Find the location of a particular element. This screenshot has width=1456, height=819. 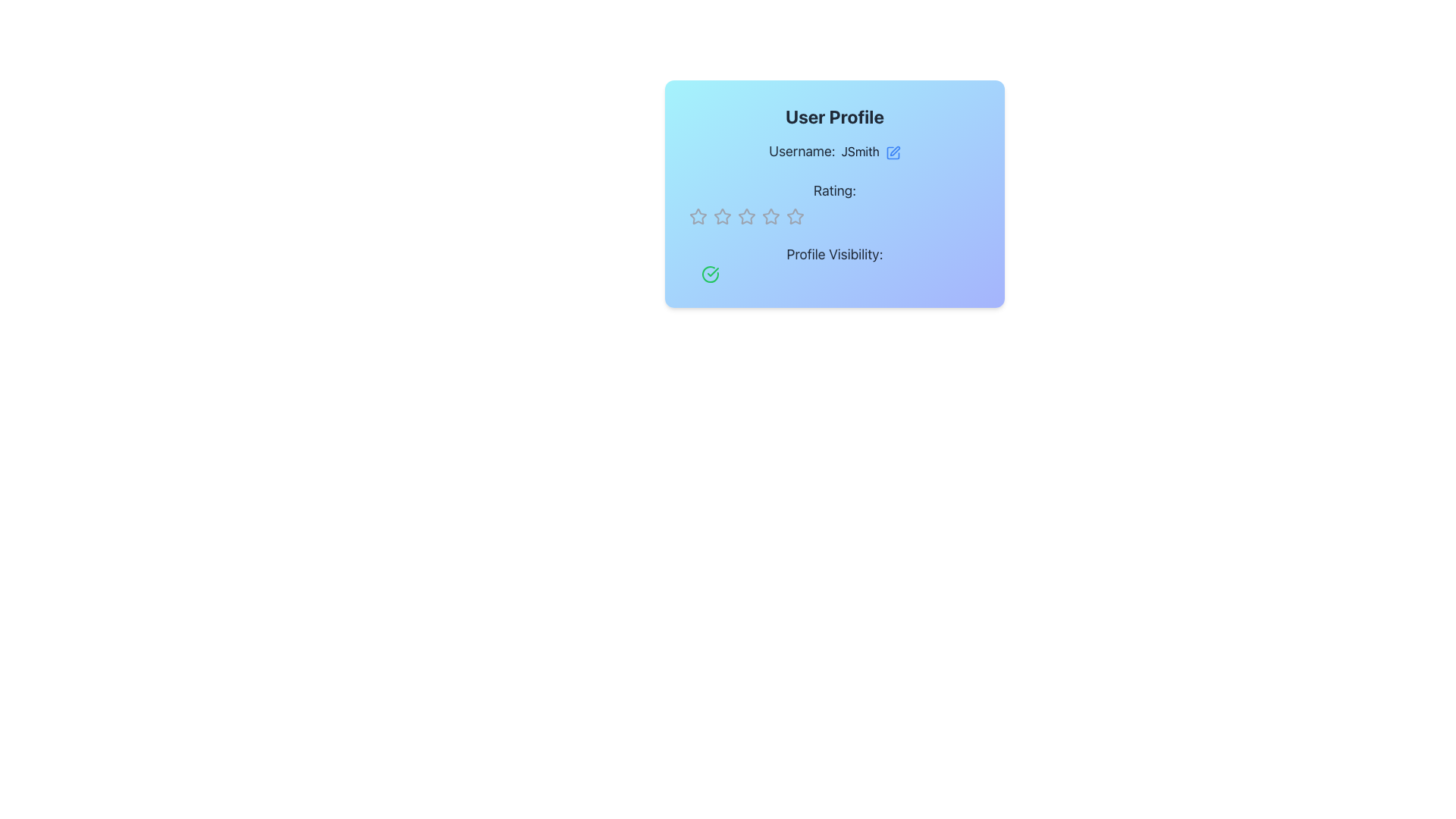

third star icon in the rating system, which is light gray and hollow, located under the 'Rating:' label in the 'User Profile' section, for debugging purposes is located at coordinates (795, 216).